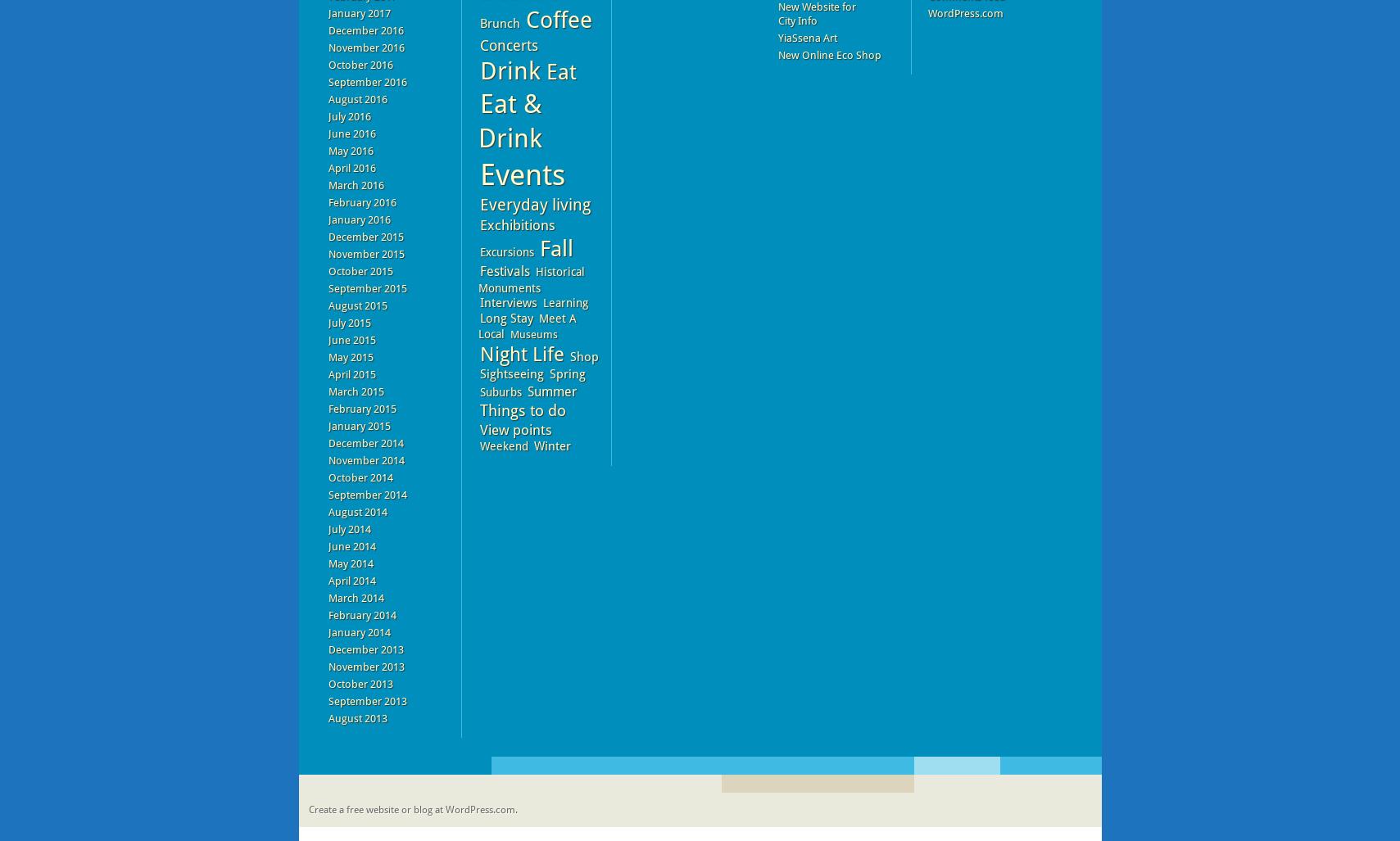 This screenshot has height=841, width=1400. I want to click on 'Suburbs', so click(479, 391).